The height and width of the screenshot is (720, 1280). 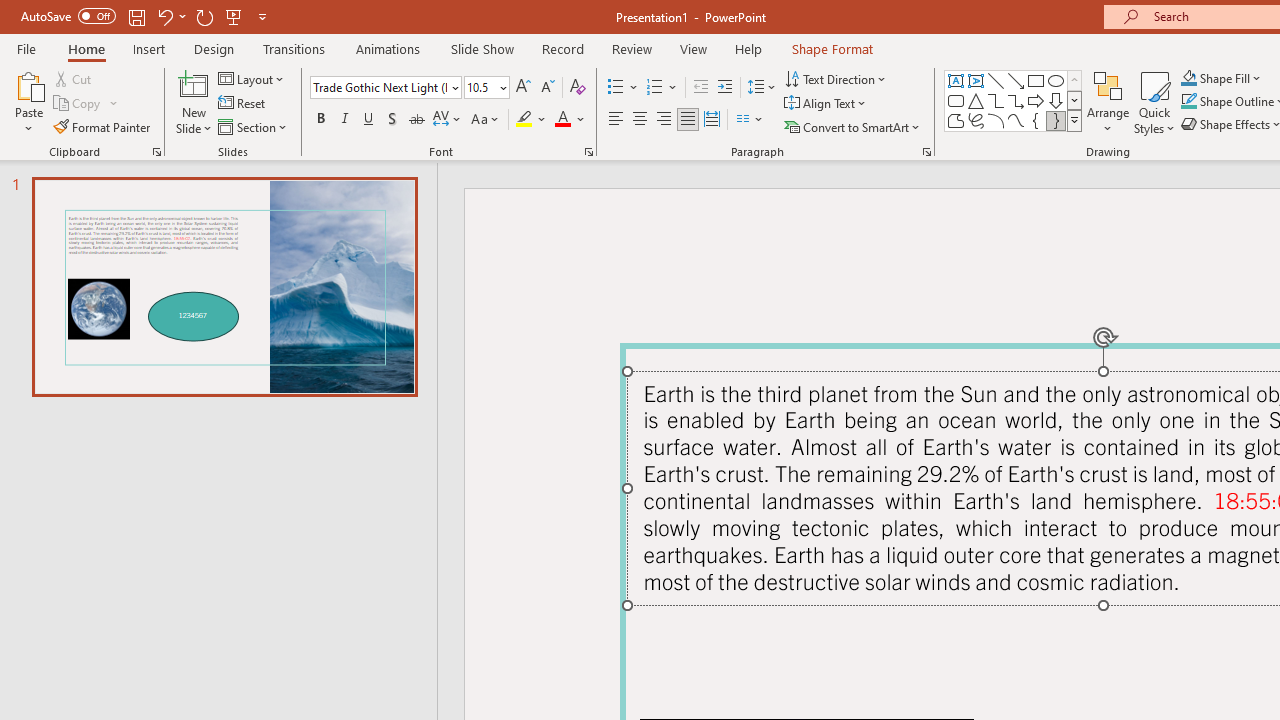 What do you see at coordinates (712, 119) in the screenshot?
I see `'Distributed'` at bounding box center [712, 119].